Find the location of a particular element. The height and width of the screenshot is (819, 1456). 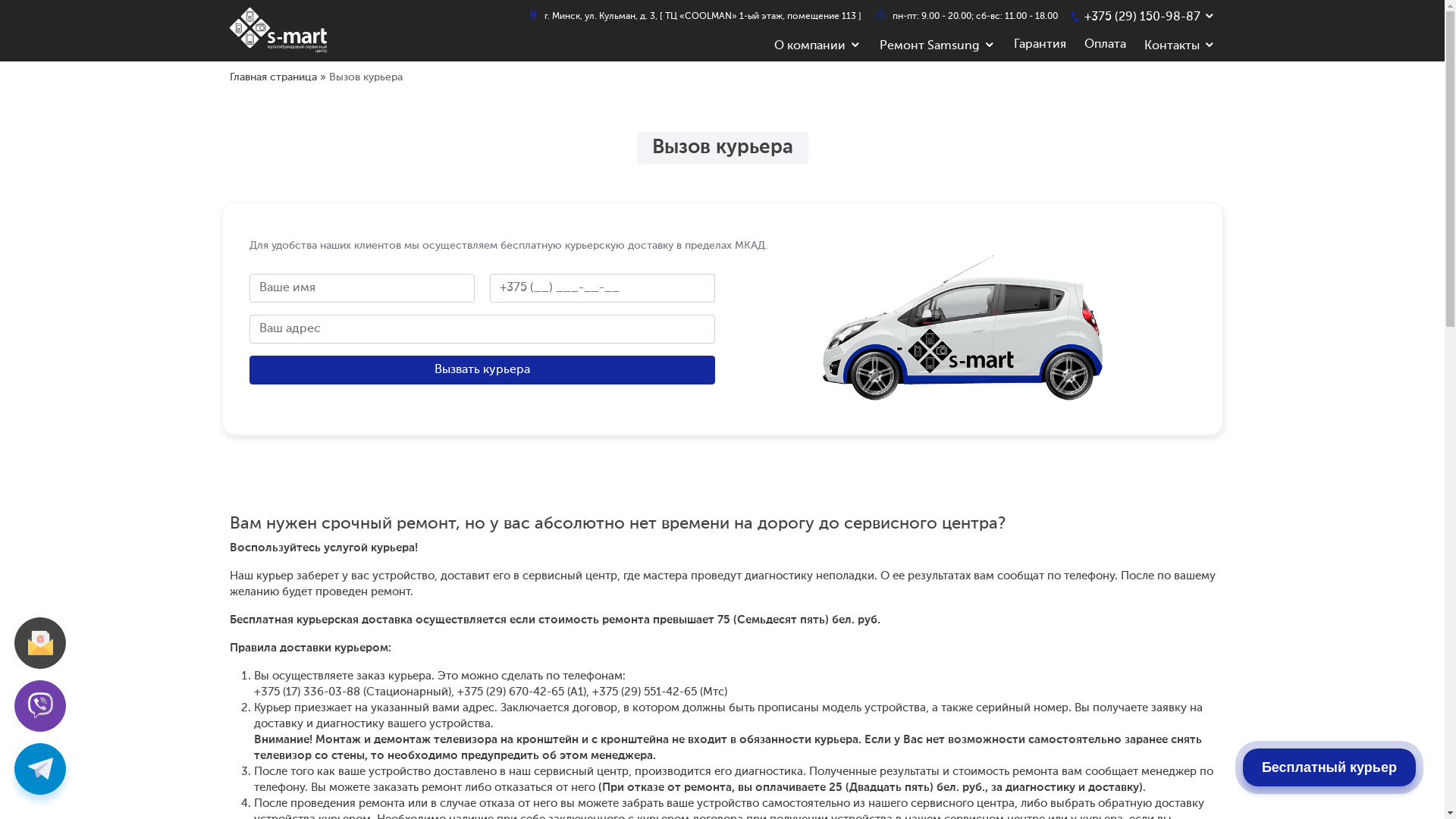

'+375 (29) 150-98-87' is located at coordinates (1142, 17).